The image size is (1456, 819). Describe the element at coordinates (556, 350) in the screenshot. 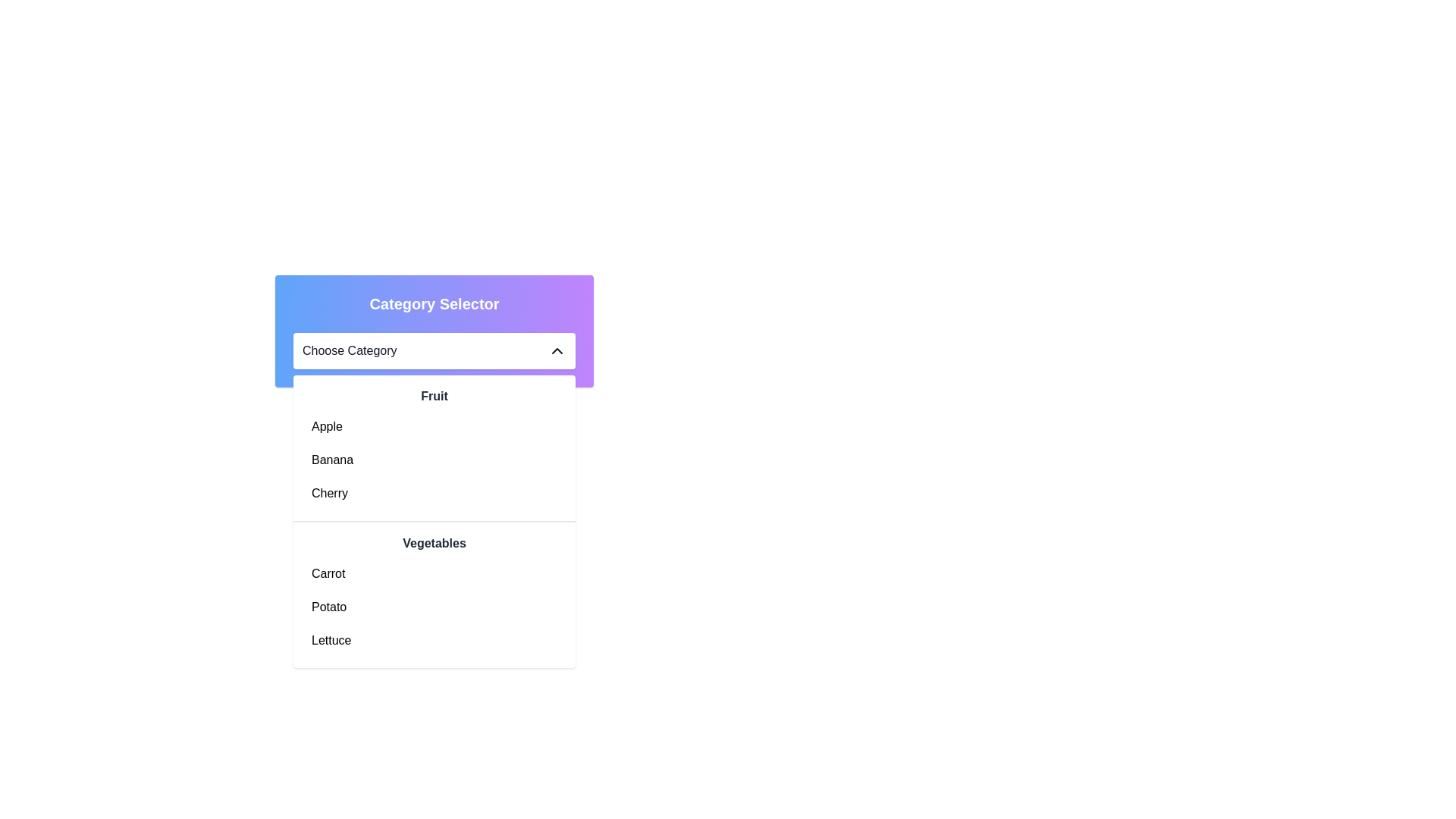

I see `the collapse icon located in the header section of the 'Choose Category' dropdown menu` at that location.